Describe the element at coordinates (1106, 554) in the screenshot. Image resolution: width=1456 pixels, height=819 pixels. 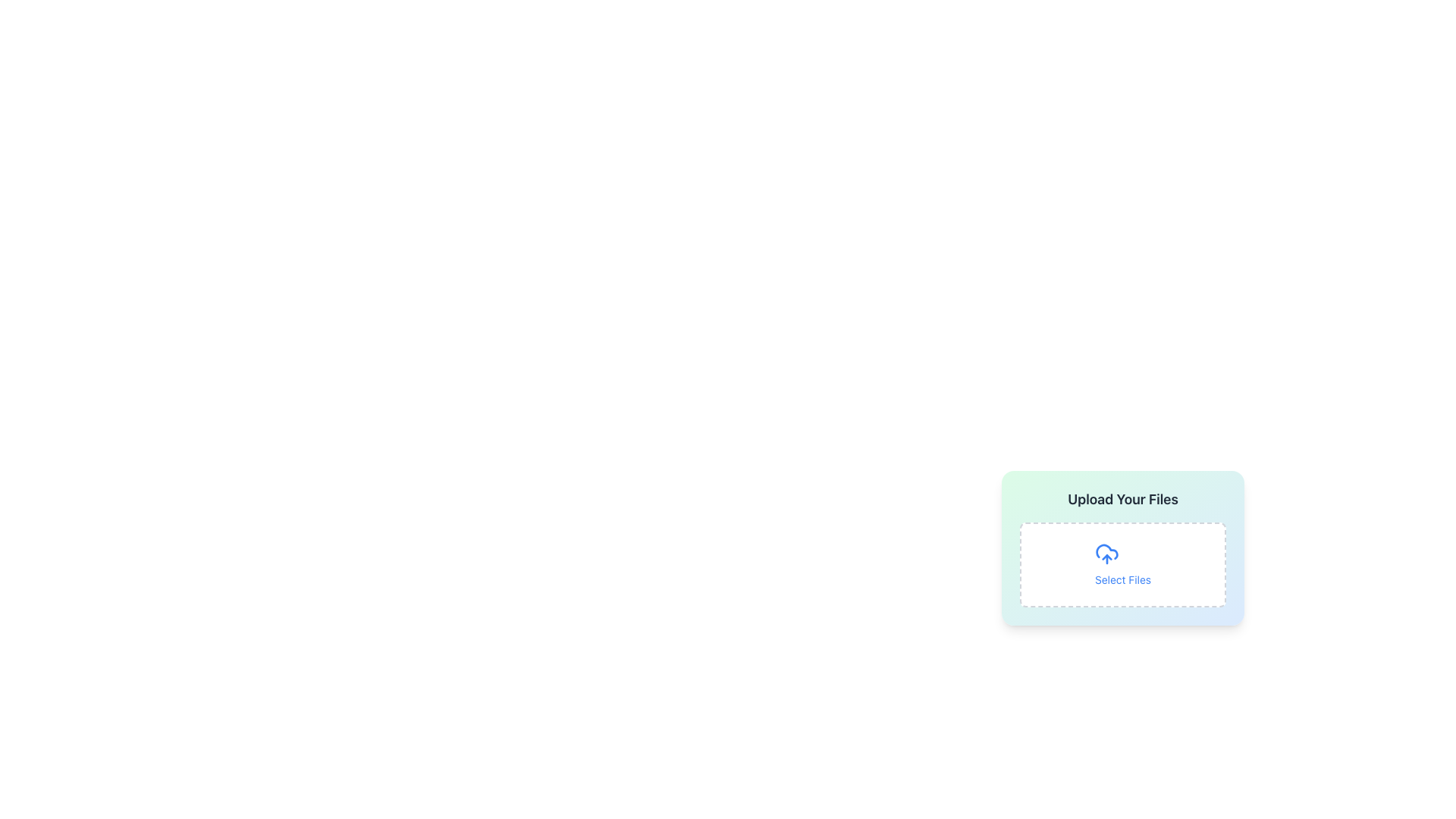
I see `the cloud-shaped upload icon, which features an upward-facing arrow and is located above the 'Select Files' text within the upload section` at that location.